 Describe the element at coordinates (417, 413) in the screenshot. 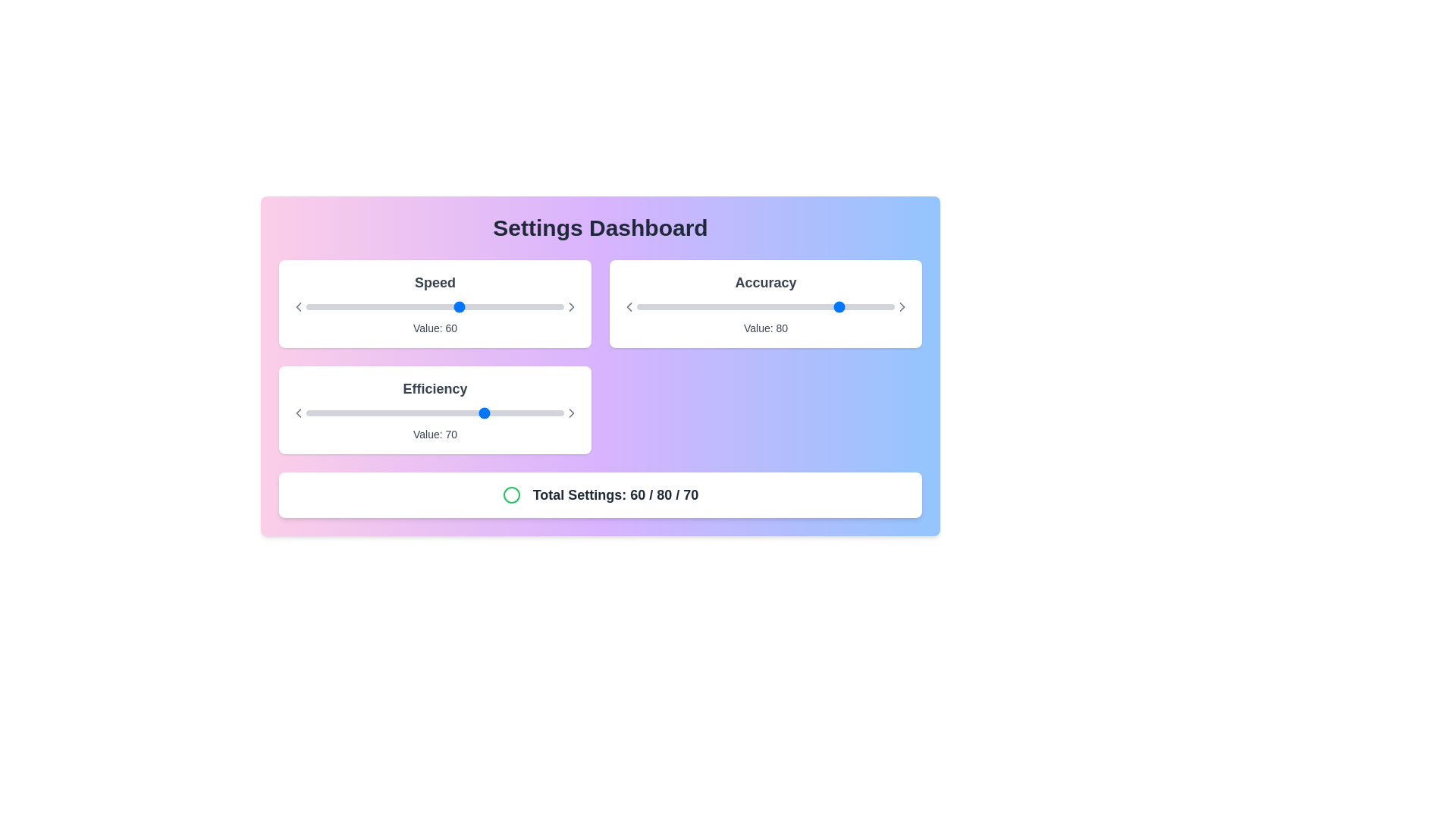

I see `efficiency` at that location.